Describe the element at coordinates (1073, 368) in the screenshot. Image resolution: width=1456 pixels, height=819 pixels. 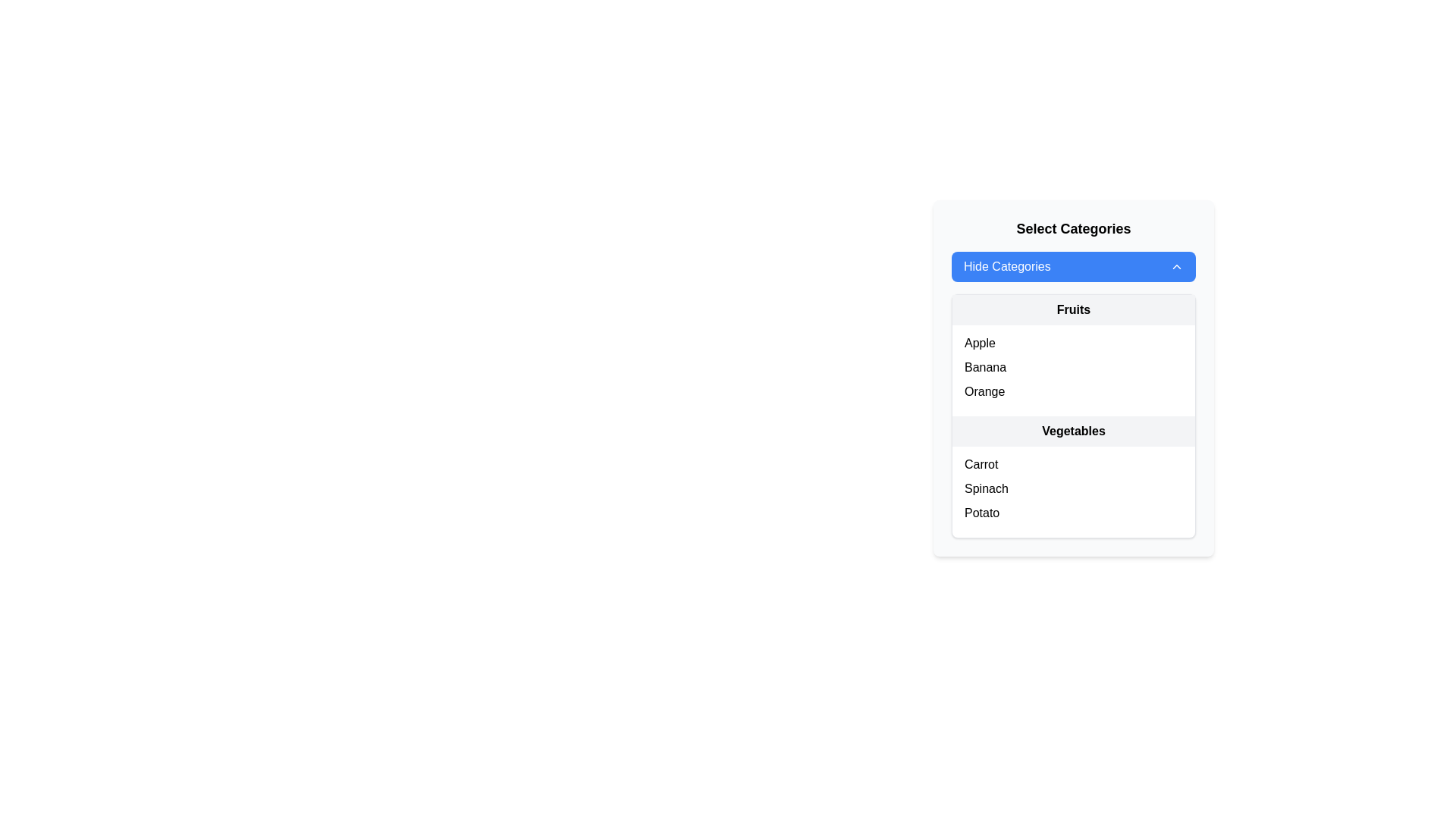
I see `the selectable item labeled 'Banana' in the 'Fruits' category list, which is the second item below 'Apple' and above 'Orange'` at that location.